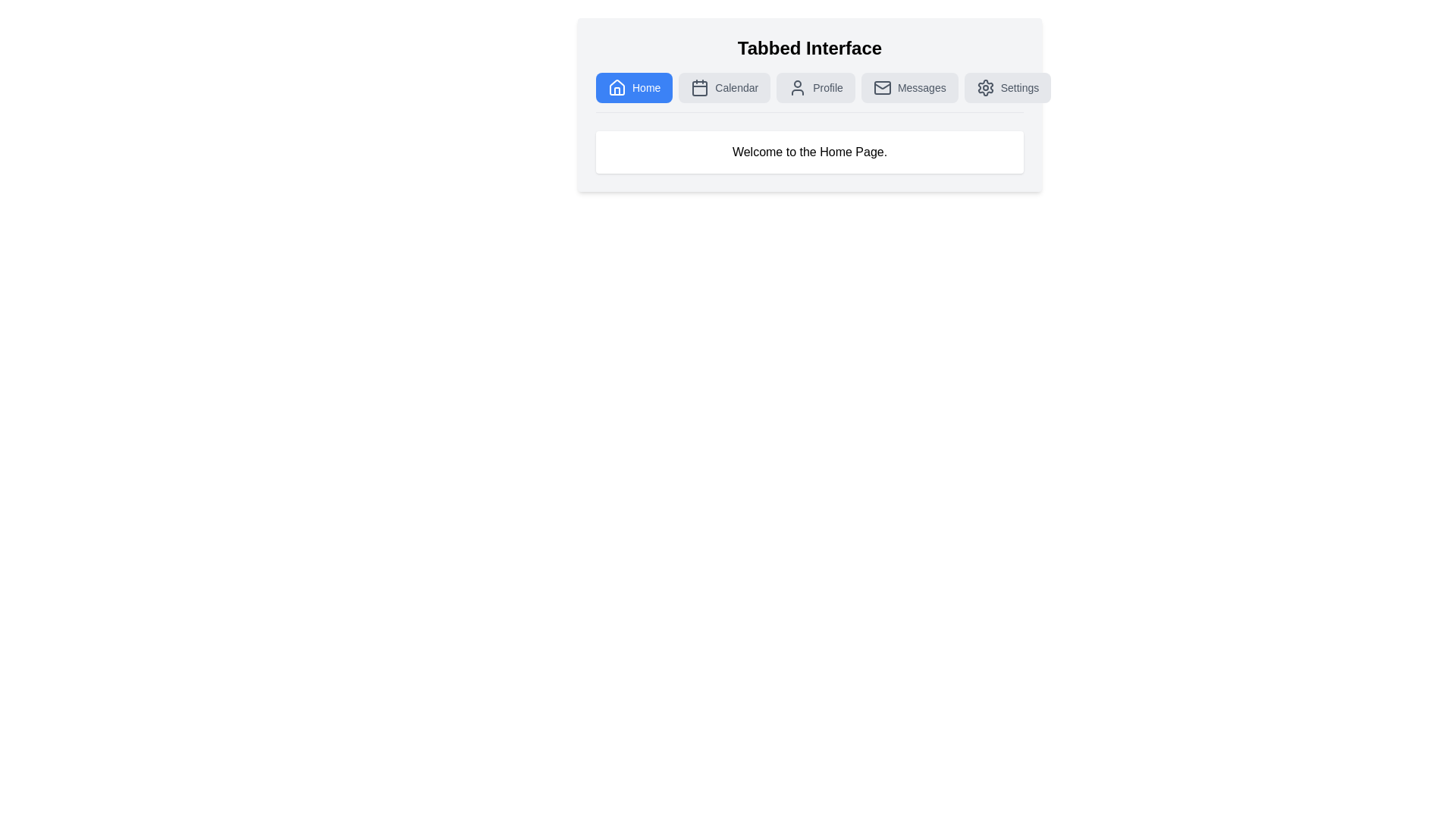 Image resolution: width=1456 pixels, height=819 pixels. What do you see at coordinates (699, 87) in the screenshot?
I see `the calendar icon located in the top navigation bar, which has a gray outline and is positioned immediately following the 'Home' icon` at bounding box center [699, 87].